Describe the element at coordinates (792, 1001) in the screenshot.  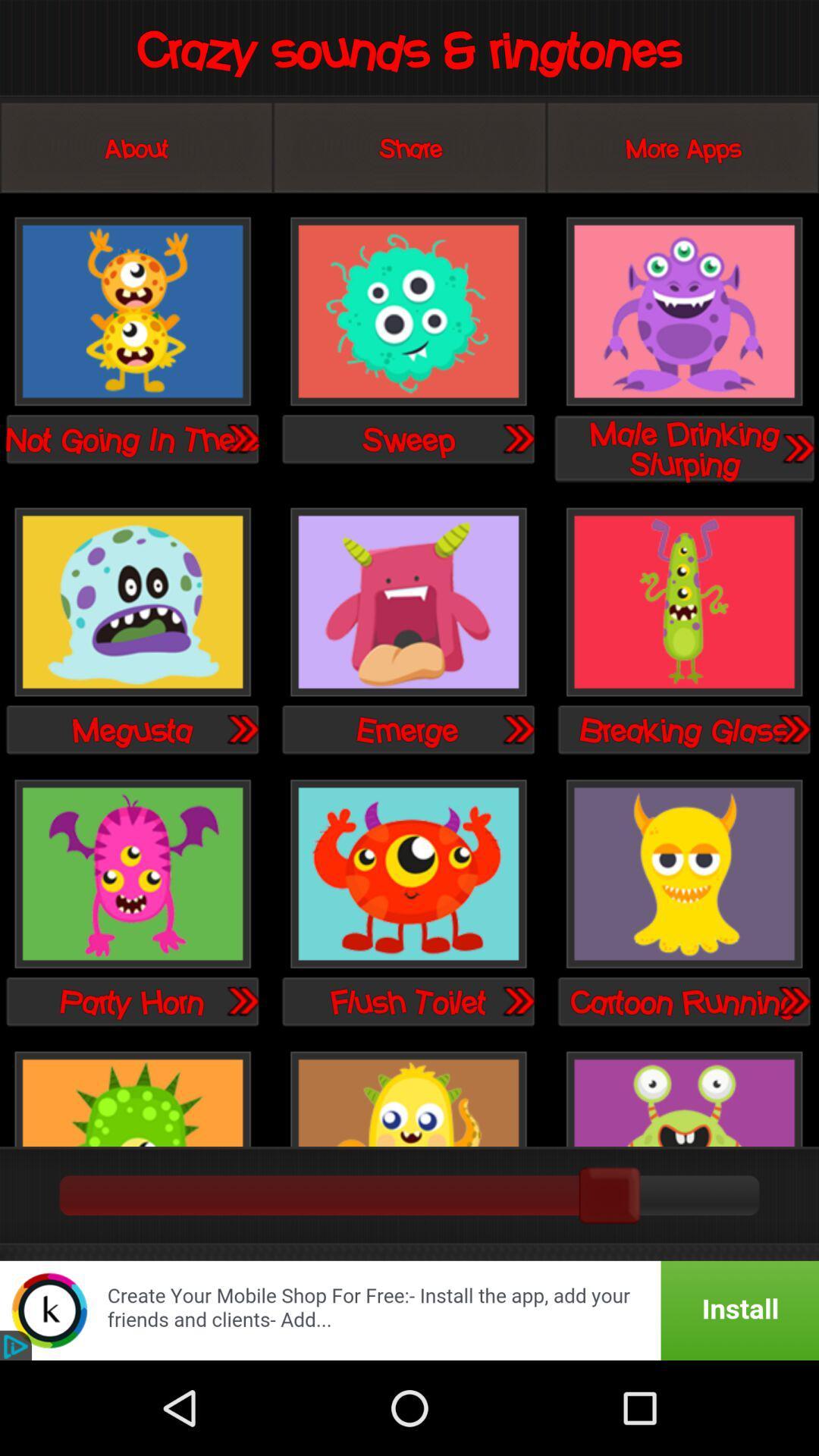
I see `go the page for this item` at that location.